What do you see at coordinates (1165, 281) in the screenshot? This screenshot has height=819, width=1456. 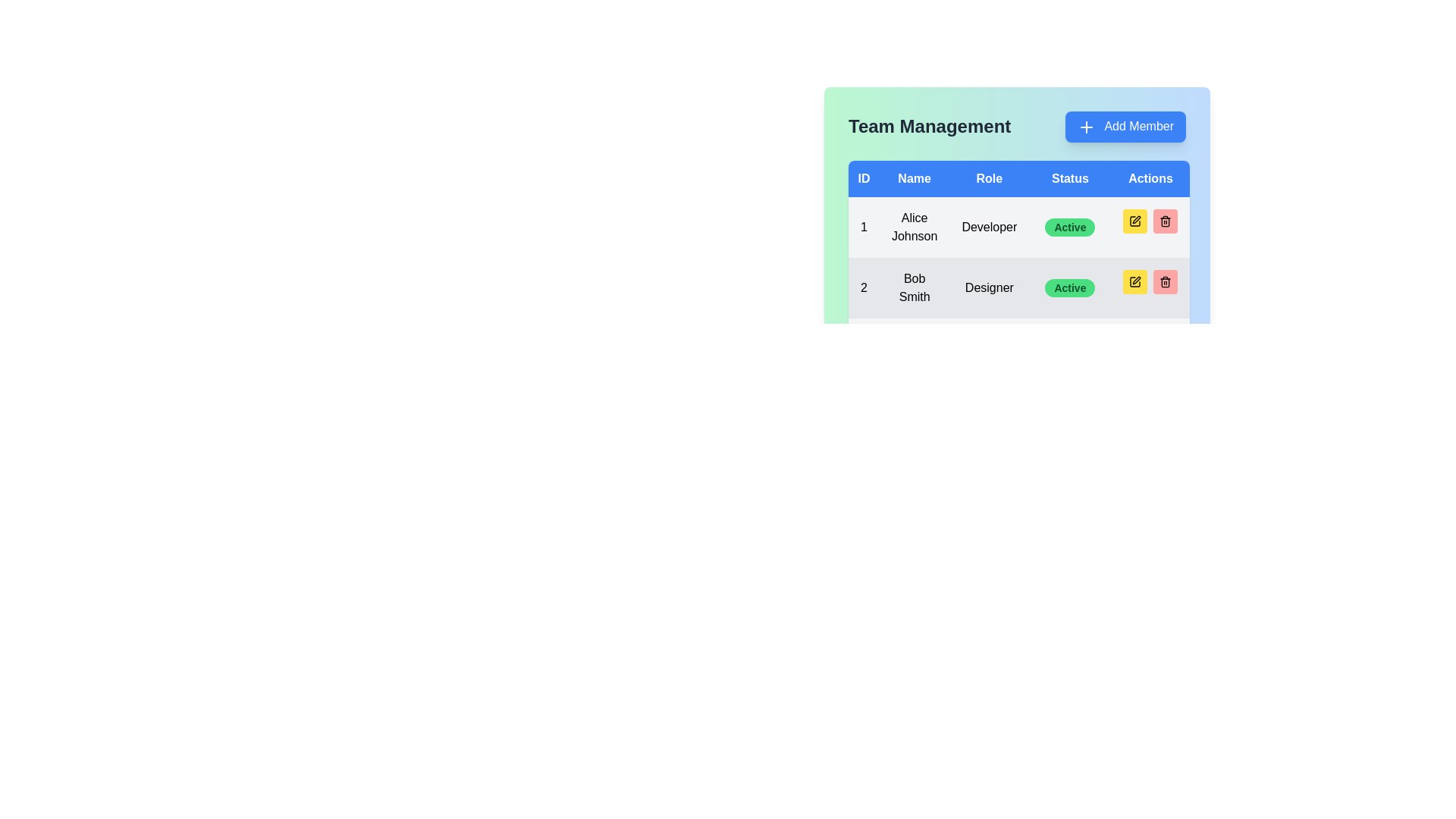 I see `the trash icon button with a red background in the 'Actions' column of the second row associated with user 'Bob Smith'` at bounding box center [1165, 281].